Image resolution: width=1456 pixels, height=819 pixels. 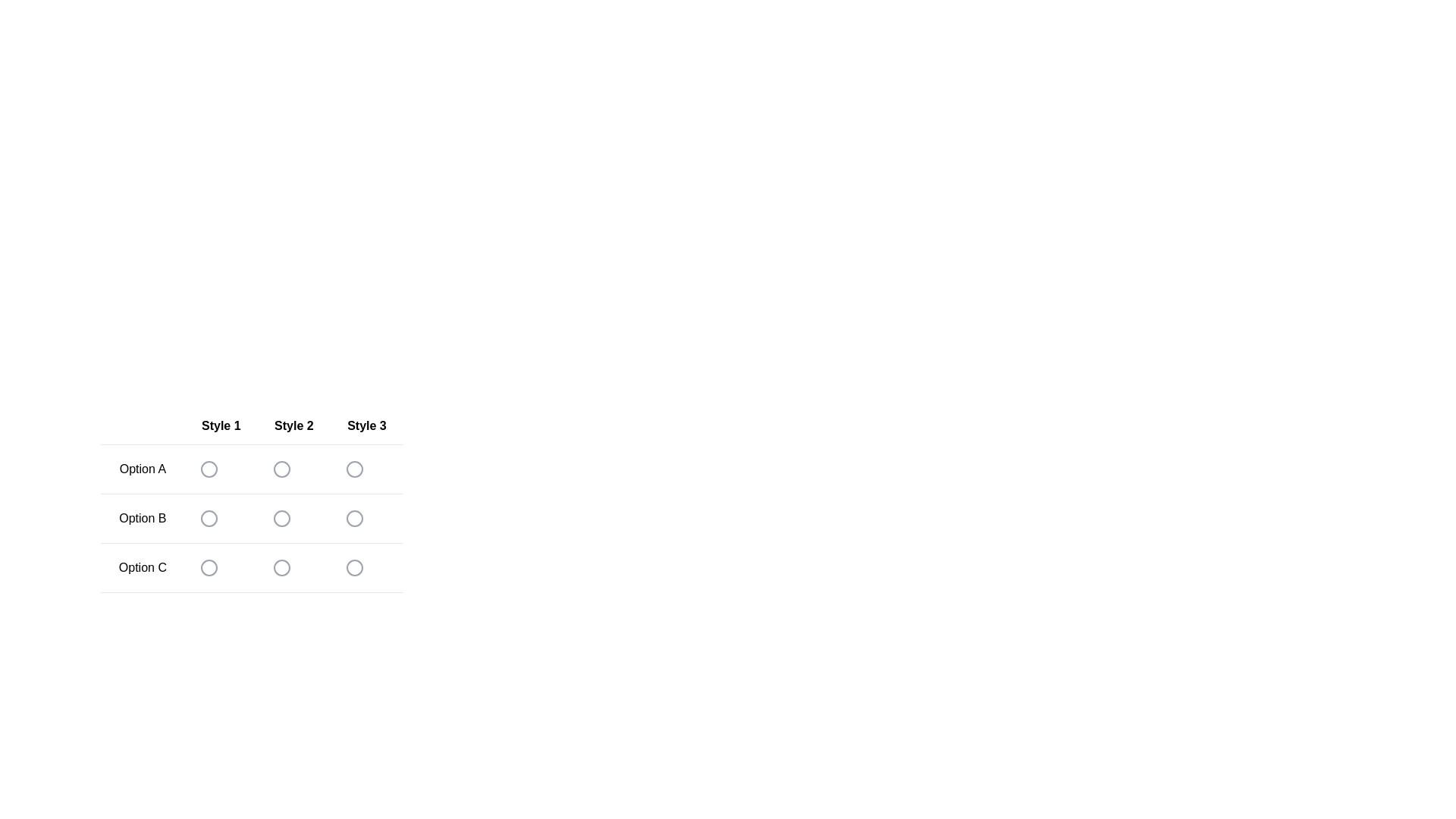 What do you see at coordinates (208, 567) in the screenshot?
I see `the circular option located in the row for 'Option C' under the 'Style 1' column` at bounding box center [208, 567].